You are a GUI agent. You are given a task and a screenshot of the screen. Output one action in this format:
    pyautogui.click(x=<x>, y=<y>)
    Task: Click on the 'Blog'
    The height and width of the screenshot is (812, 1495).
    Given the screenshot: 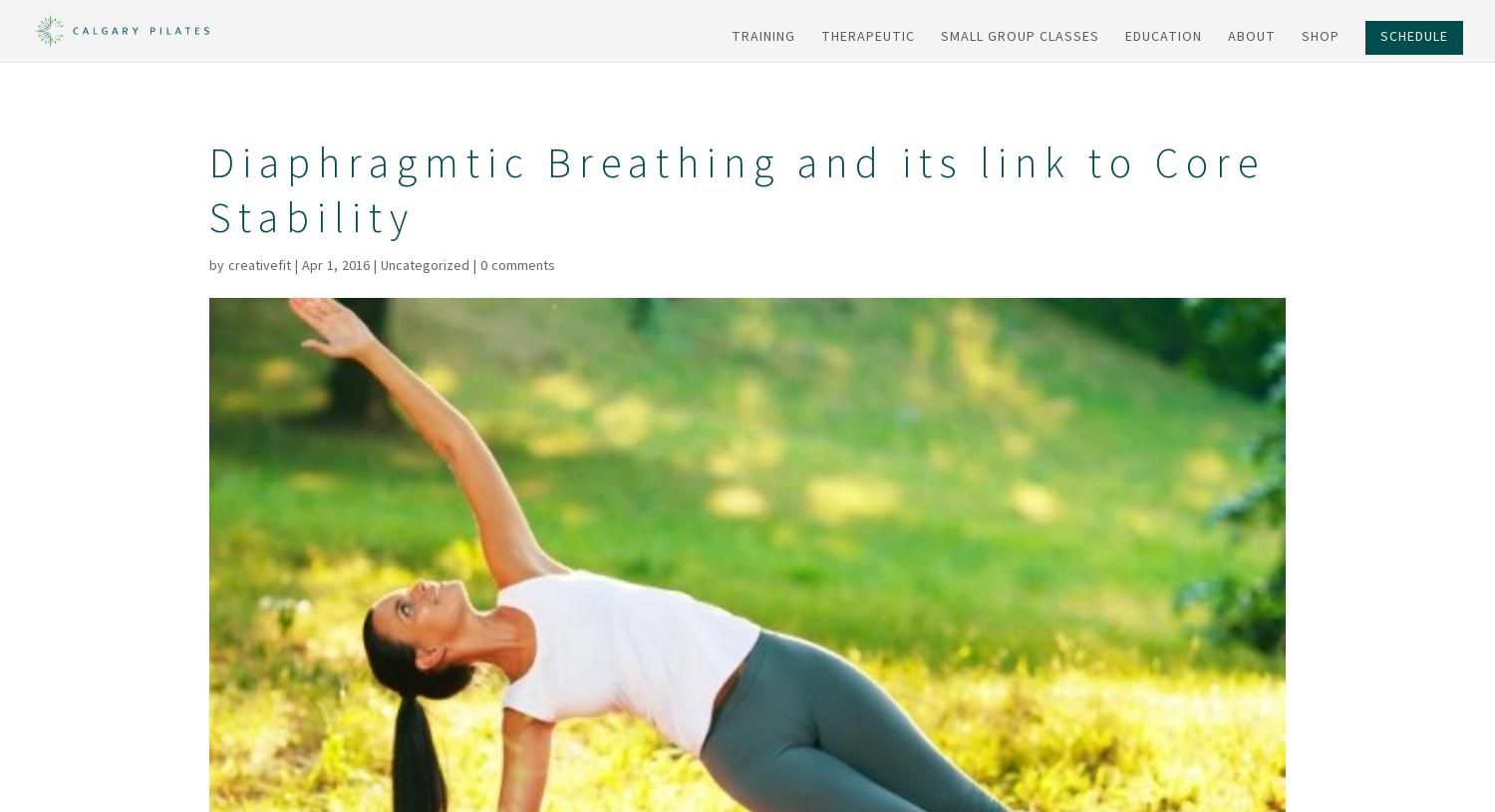 What is the action you would take?
    pyautogui.click(x=1286, y=211)
    